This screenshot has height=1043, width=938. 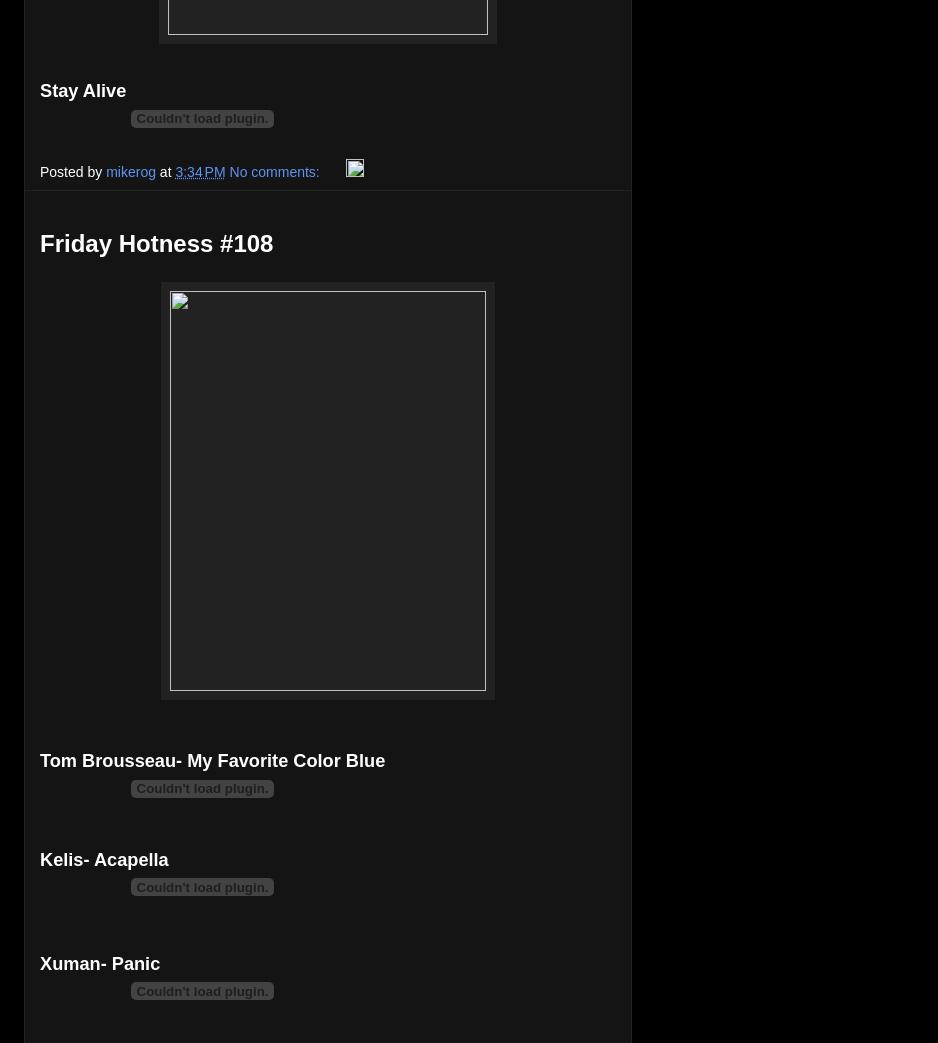 I want to click on 'Stay Alive', so click(x=83, y=90).